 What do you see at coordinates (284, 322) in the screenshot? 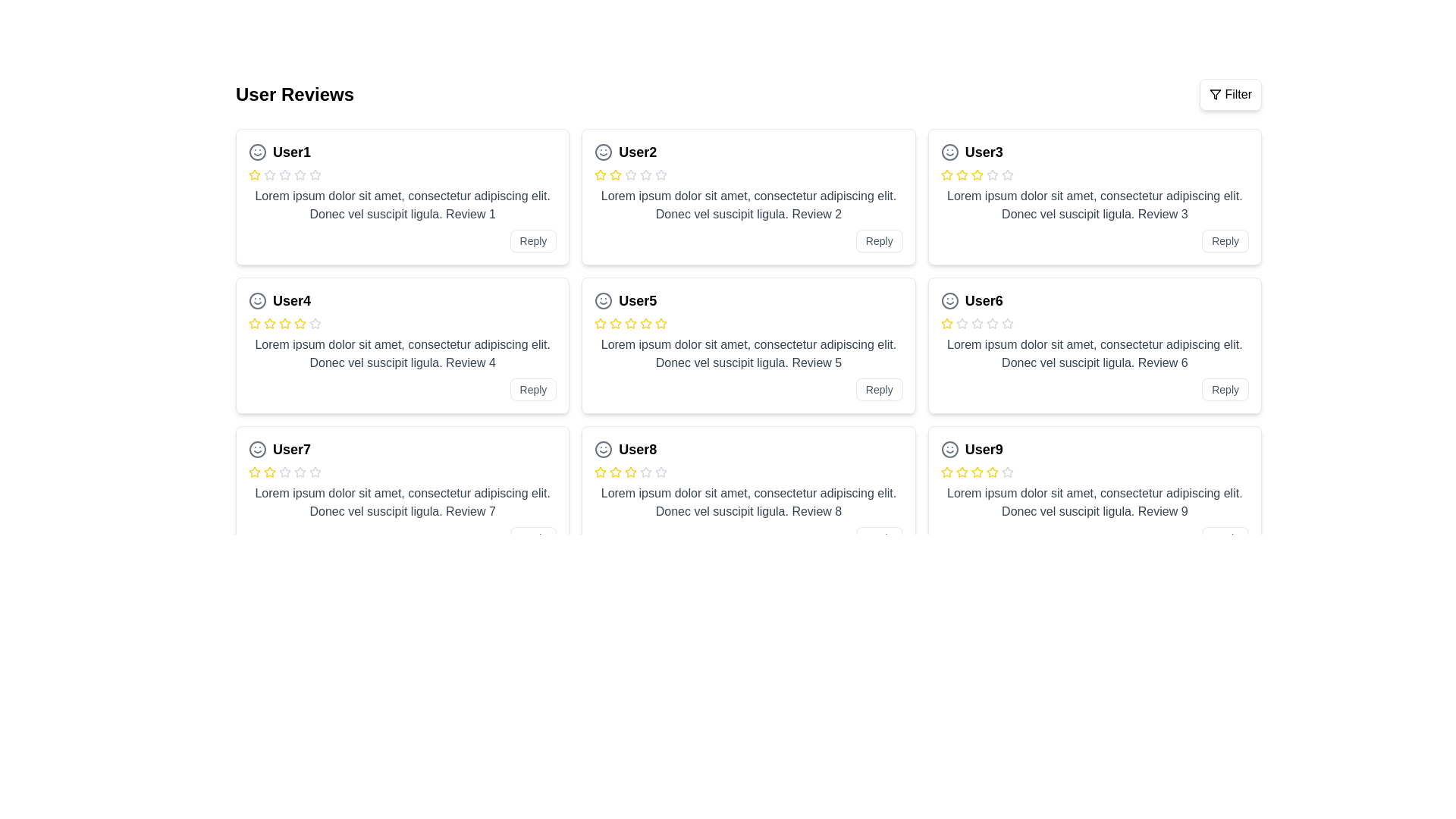
I see `the third star icon in the 5-star rating system for 'User4'` at bounding box center [284, 322].